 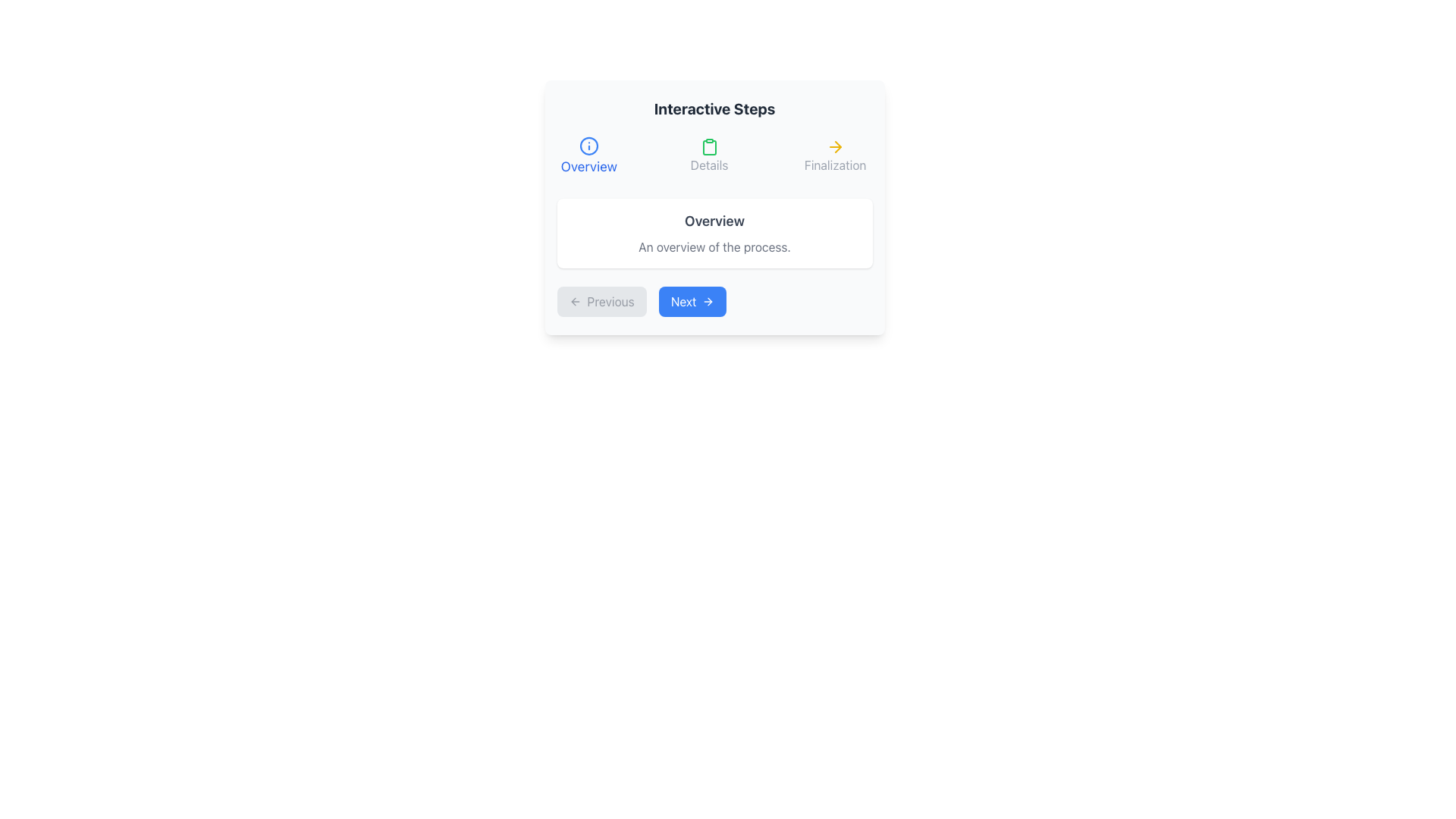 What do you see at coordinates (588, 146) in the screenshot?
I see `the Circle icon component, which serves as a visual representation within the interface, centrally located at its bounding box` at bounding box center [588, 146].